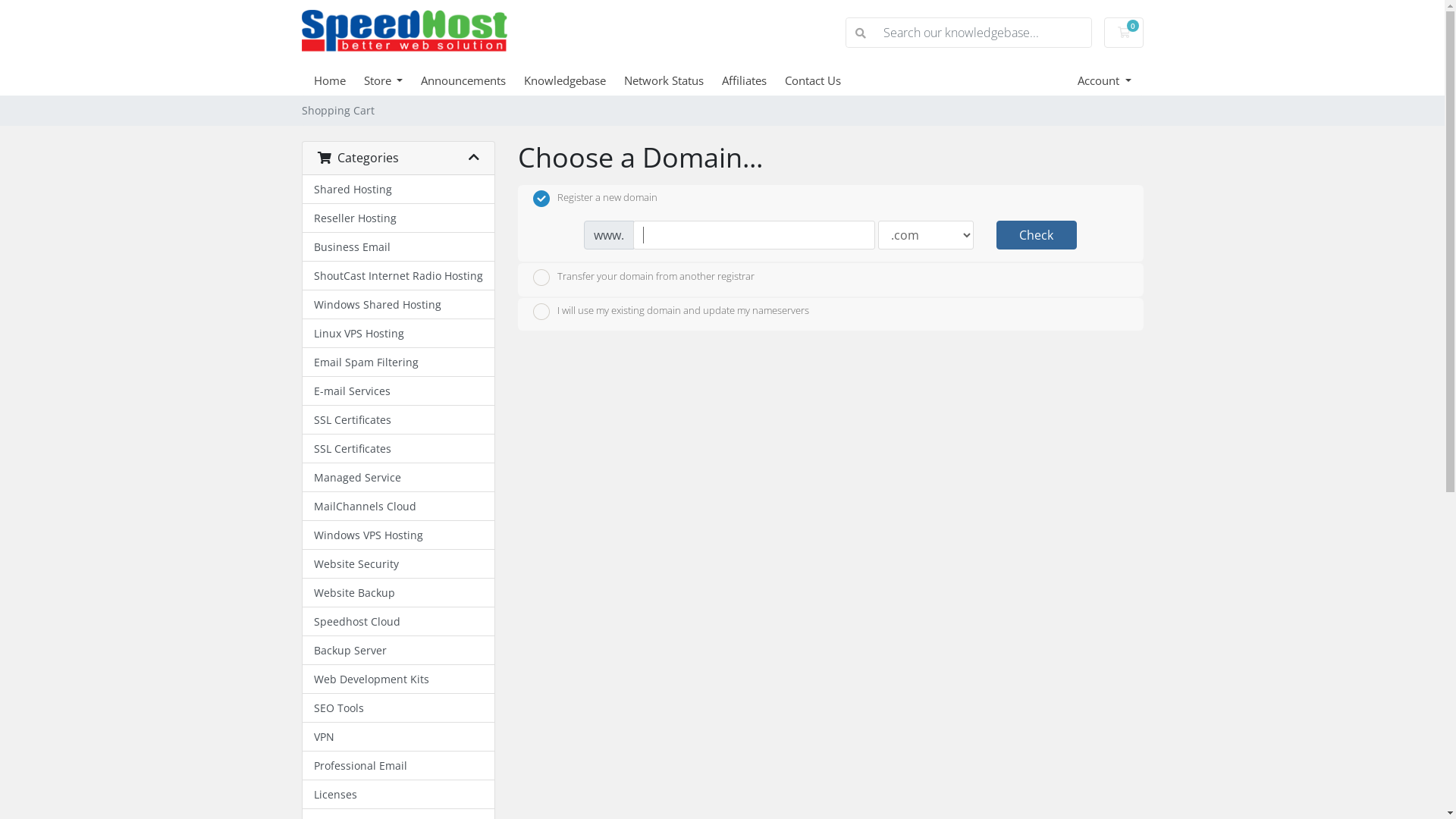 Image resolution: width=1456 pixels, height=819 pixels. Describe the element at coordinates (397, 736) in the screenshot. I see `'VPN'` at that location.